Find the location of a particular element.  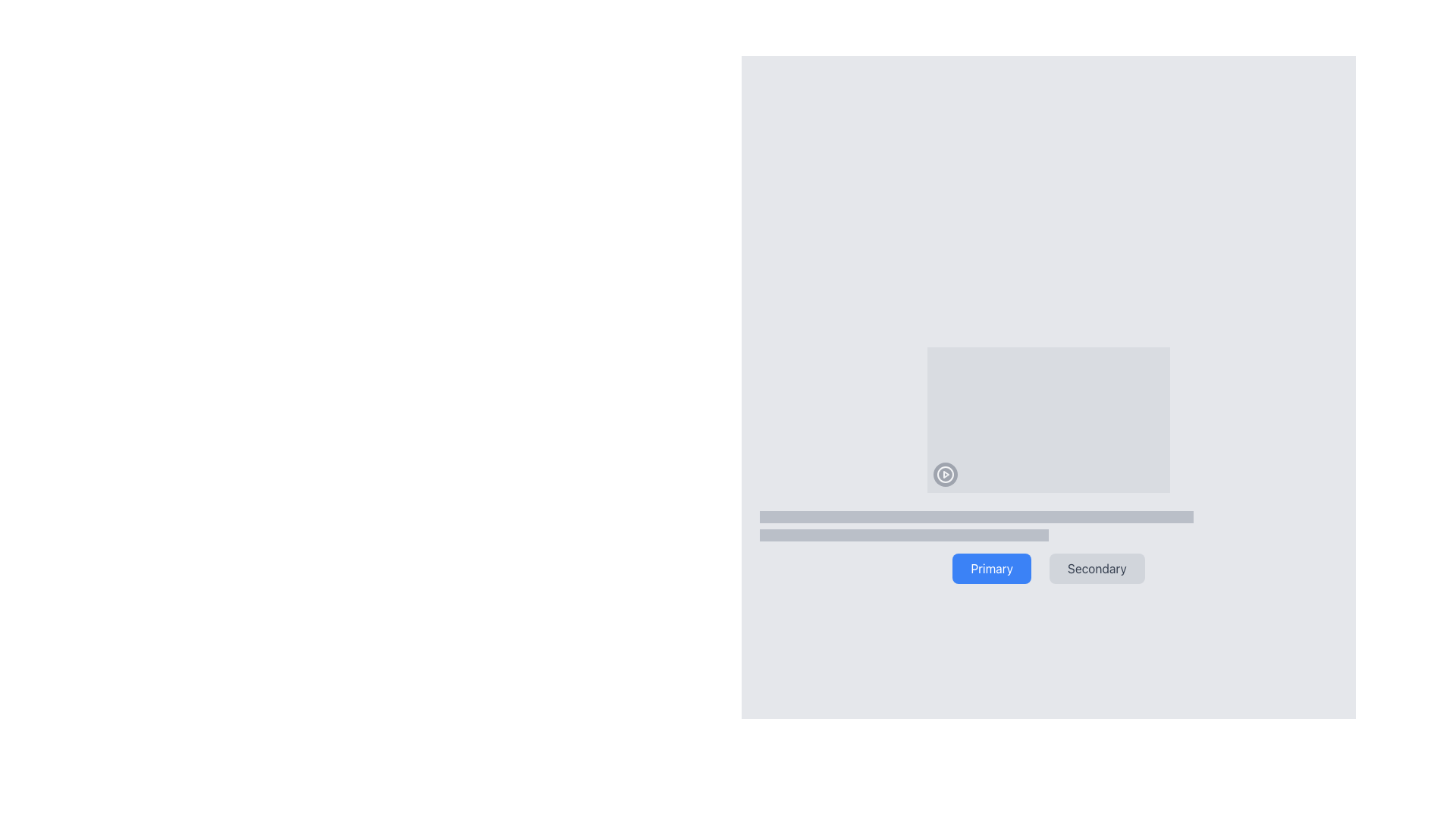

the 'Primary' button, which is a vibrant blue button with white text, located in the bottom portion of the interface, slightly left of center is located at coordinates (992, 568).